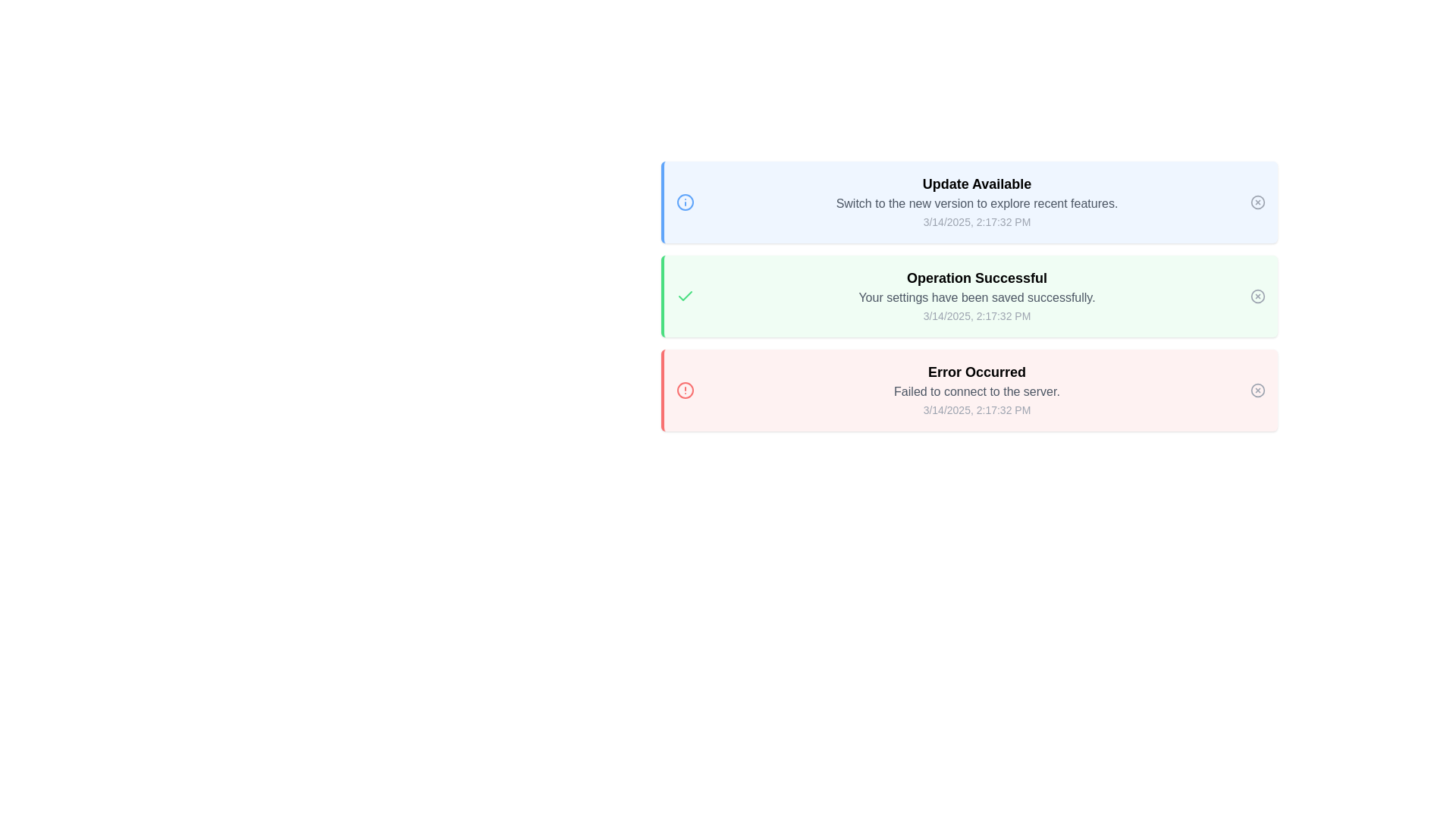 This screenshot has width=1456, height=819. What do you see at coordinates (1258, 296) in the screenshot?
I see `the small circular button with a gray border and a red cross (X) symbol, located in the 'Operation Successful' notification box, for keyboard interaction` at bounding box center [1258, 296].